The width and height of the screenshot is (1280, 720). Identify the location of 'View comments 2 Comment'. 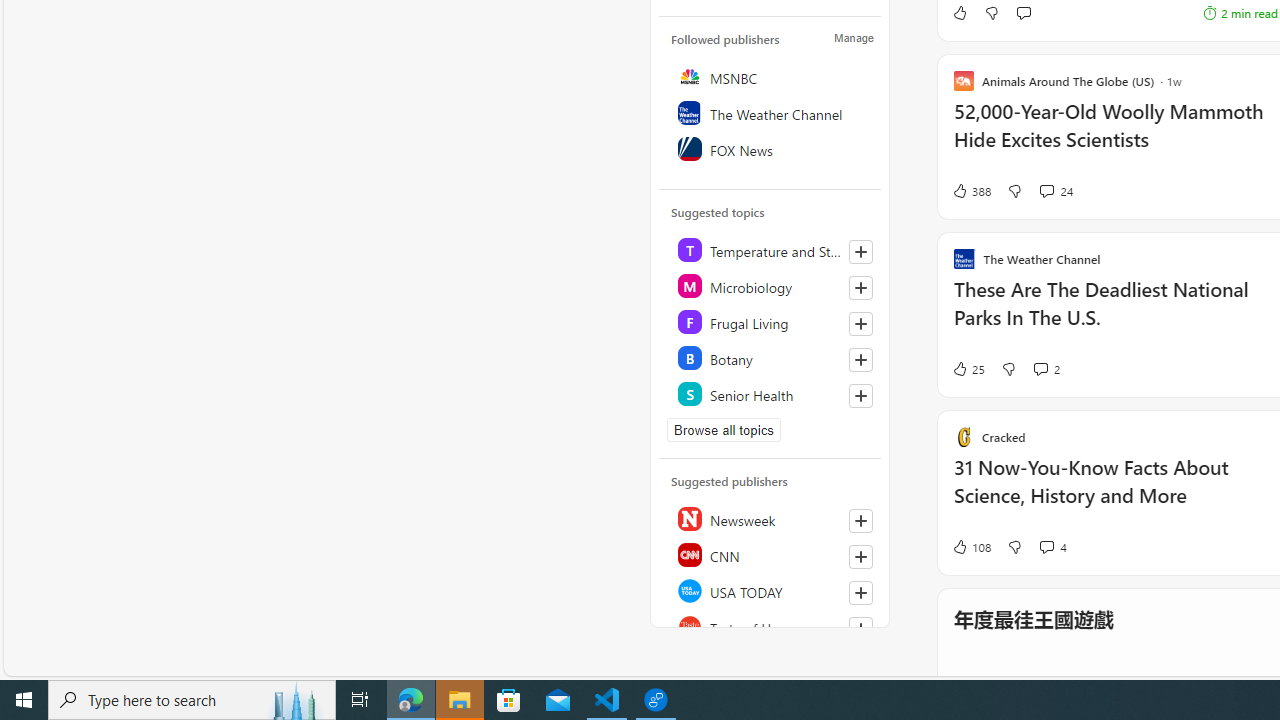
(1040, 368).